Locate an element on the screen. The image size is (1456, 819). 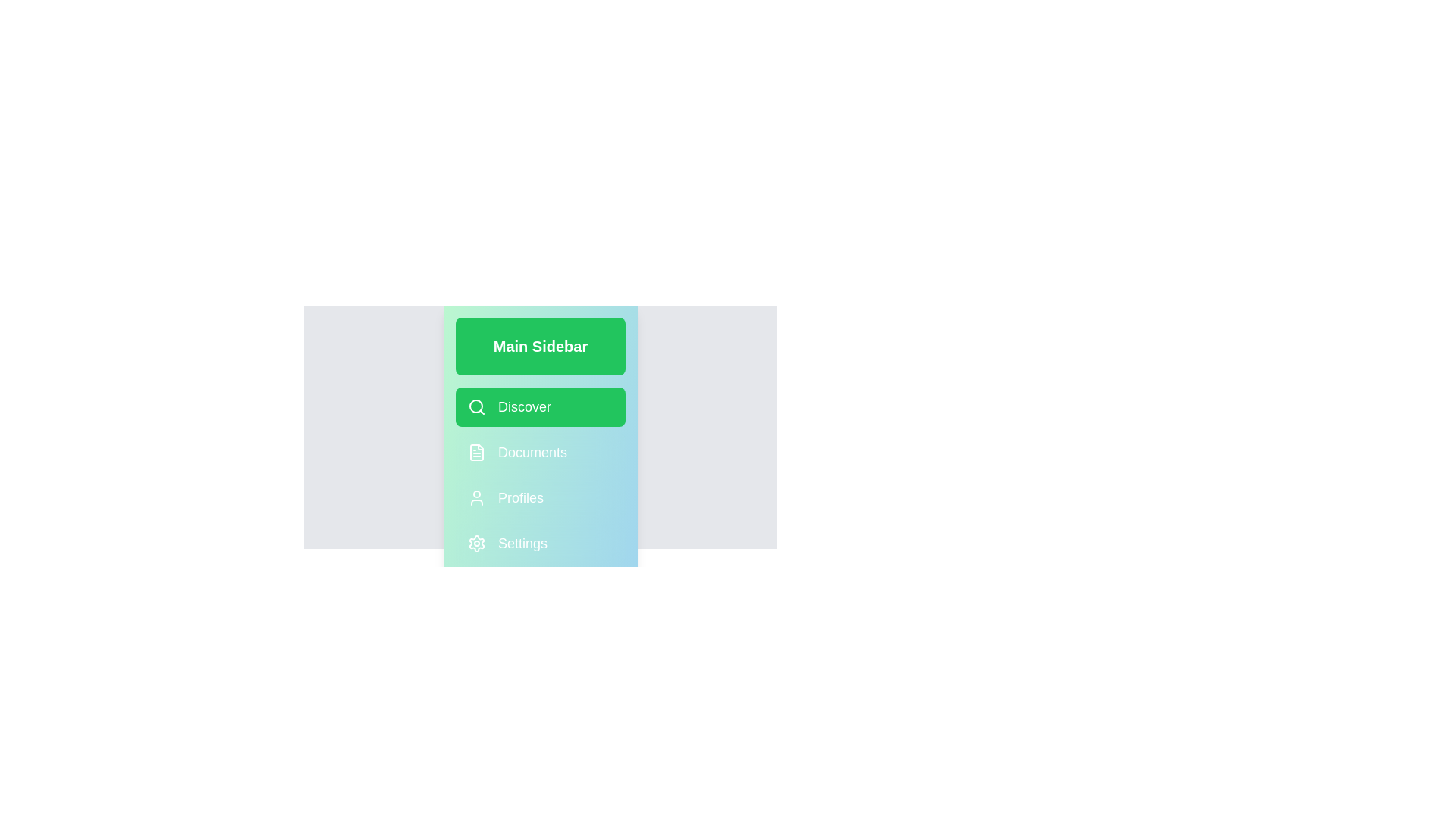
the 'Discover' button in the sidebar menu, which is a green rectangular button with rounded corners and contains a magnifying glass icon is located at coordinates (541, 427).